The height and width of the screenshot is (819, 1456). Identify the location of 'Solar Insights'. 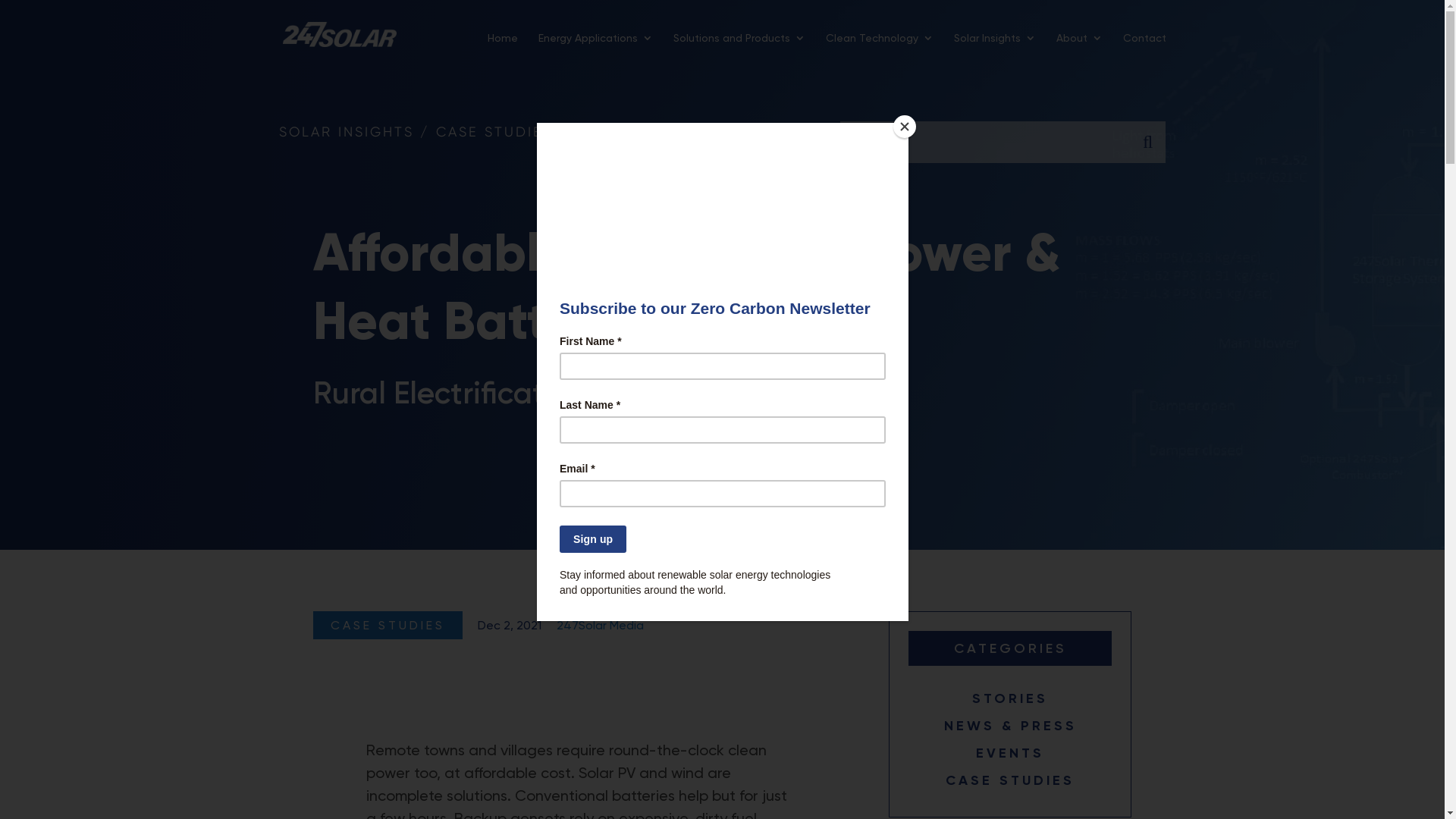
(994, 49).